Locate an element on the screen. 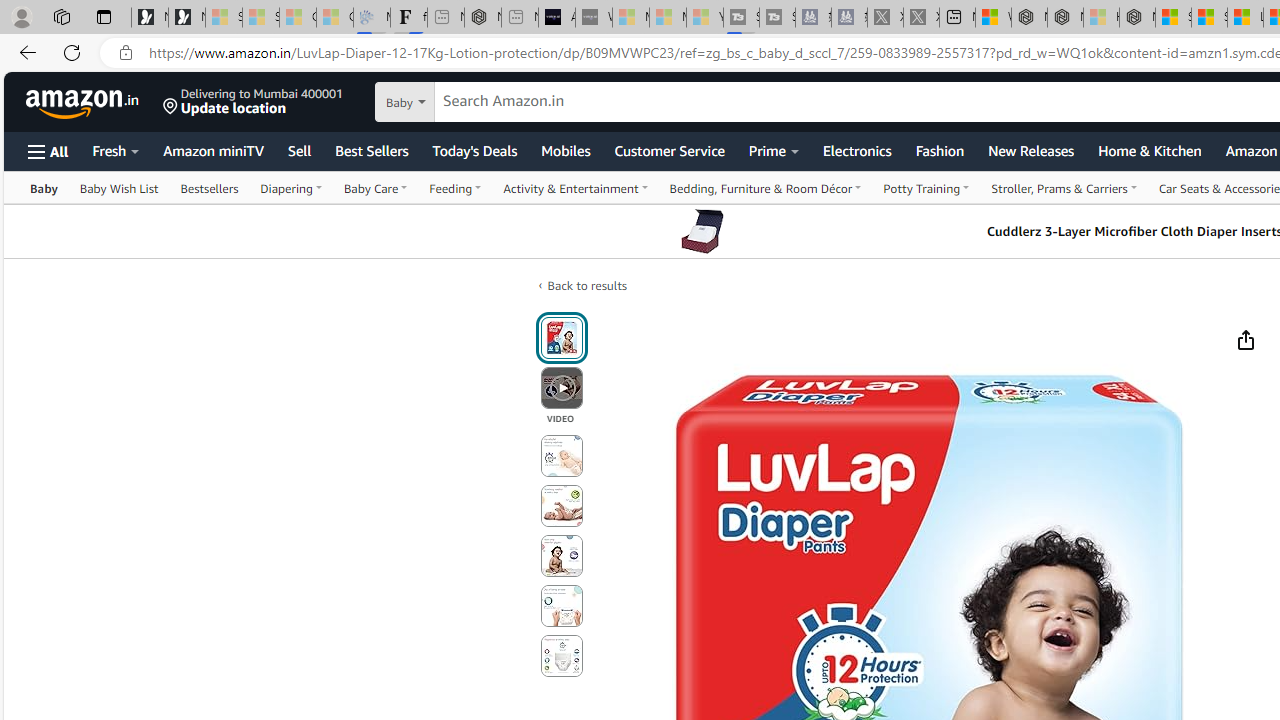 This screenshot has height=720, width=1280. 'What' is located at coordinates (592, 17).